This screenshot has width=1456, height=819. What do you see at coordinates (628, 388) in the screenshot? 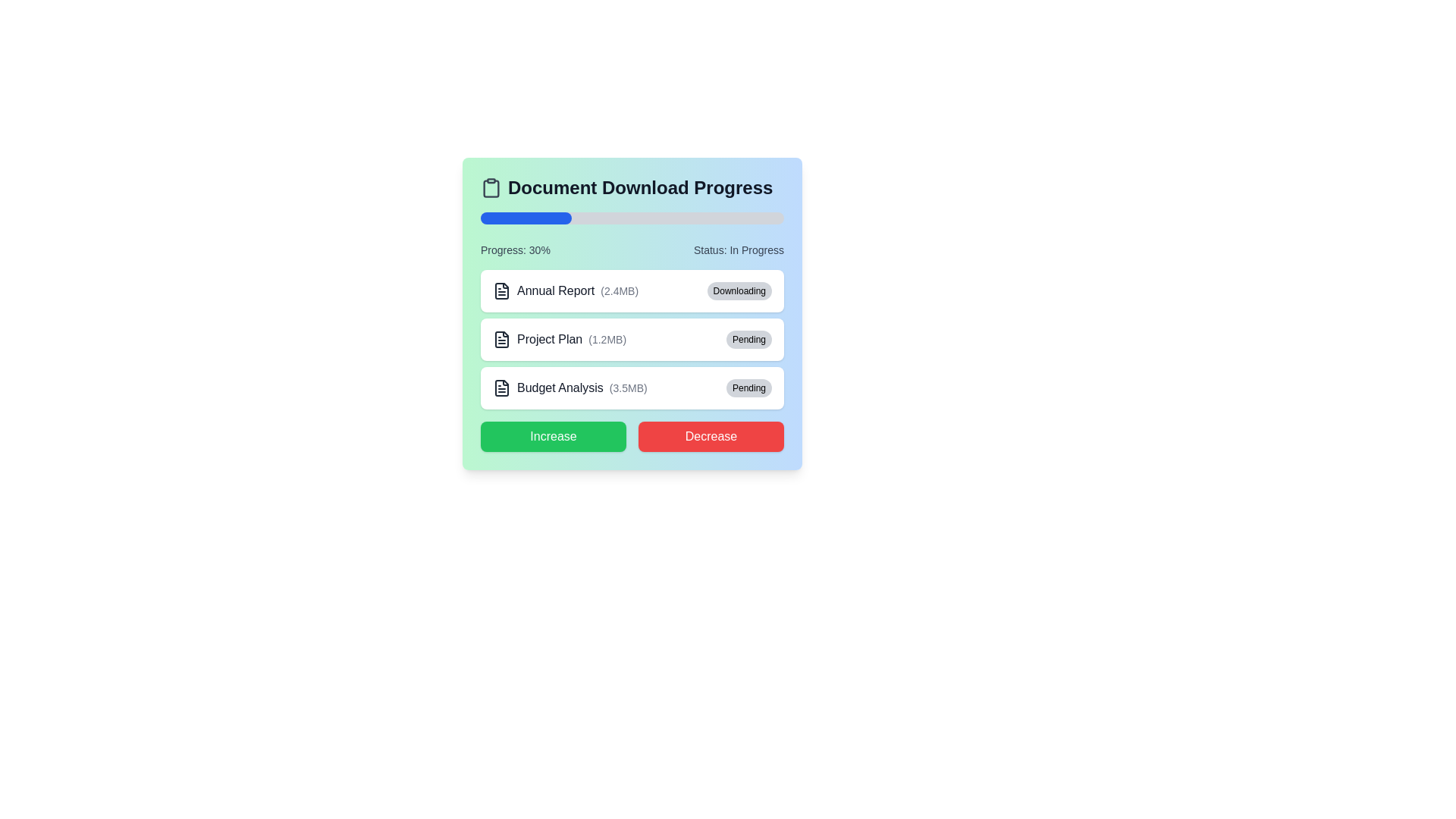
I see `the small gray text label displaying the file size, which is positioned immediately after the 'Budget Analysis' label in the Document Download Progress panel` at bounding box center [628, 388].